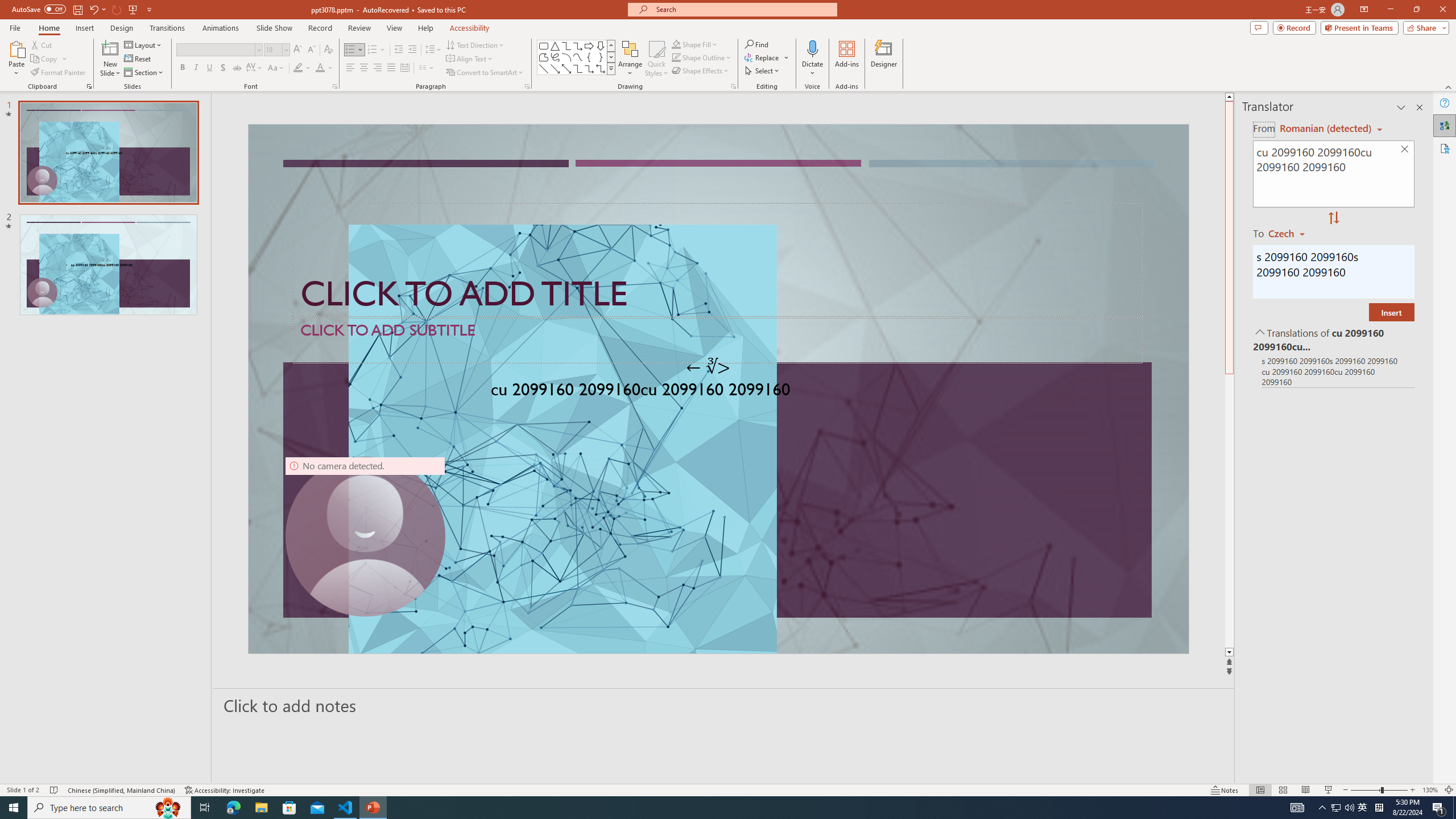 Image resolution: width=1456 pixels, height=819 pixels. What do you see at coordinates (49, 59) in the screenshot?
I see `'Copy'` at bounding box center [49, 59].